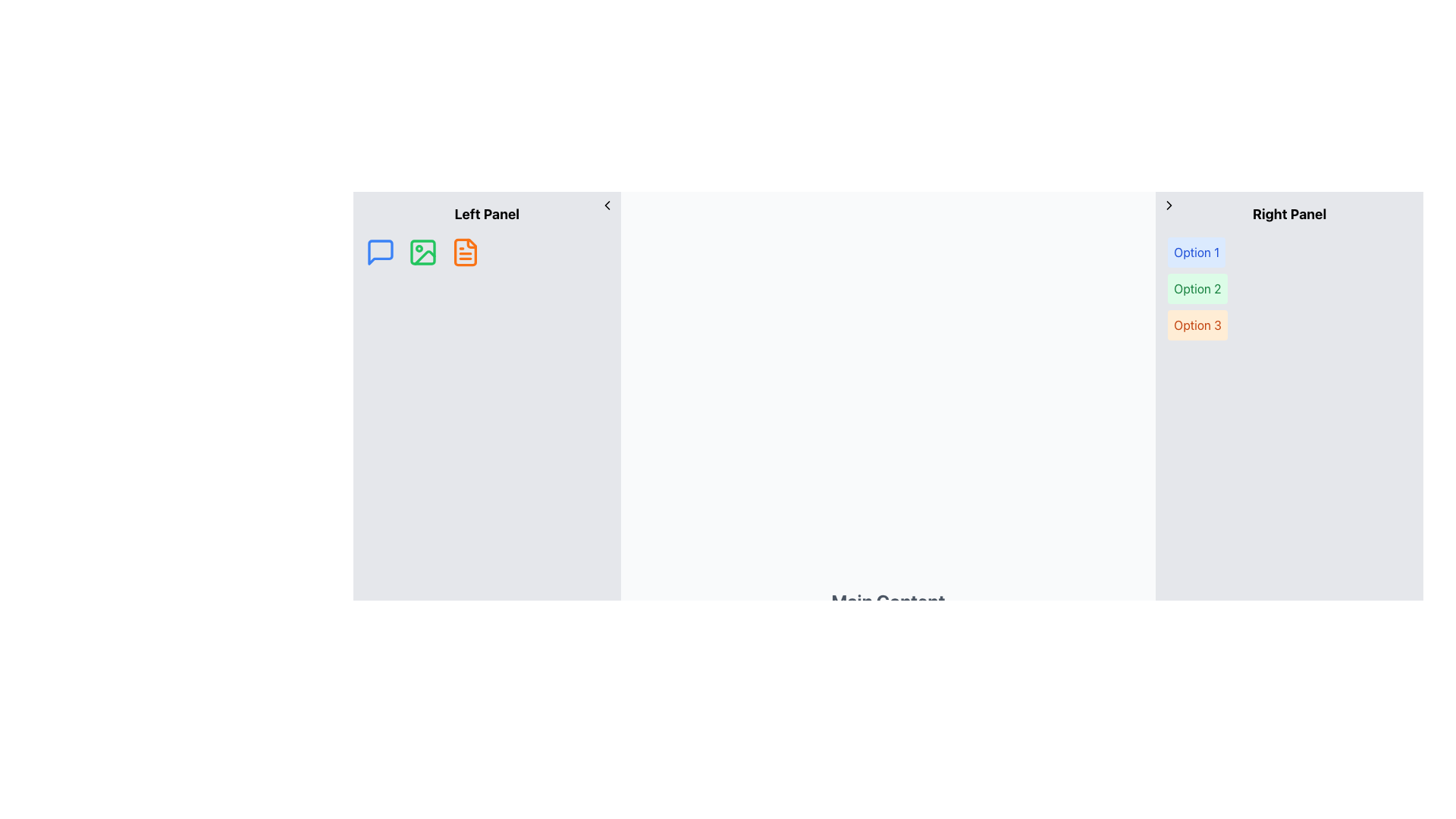 The height and width of the screenshot is (819, 1456). I want to click on the text label displaying 'Right Panel', which is prominently positioned at the top of the right panel within the interface, so click(1288, 214).